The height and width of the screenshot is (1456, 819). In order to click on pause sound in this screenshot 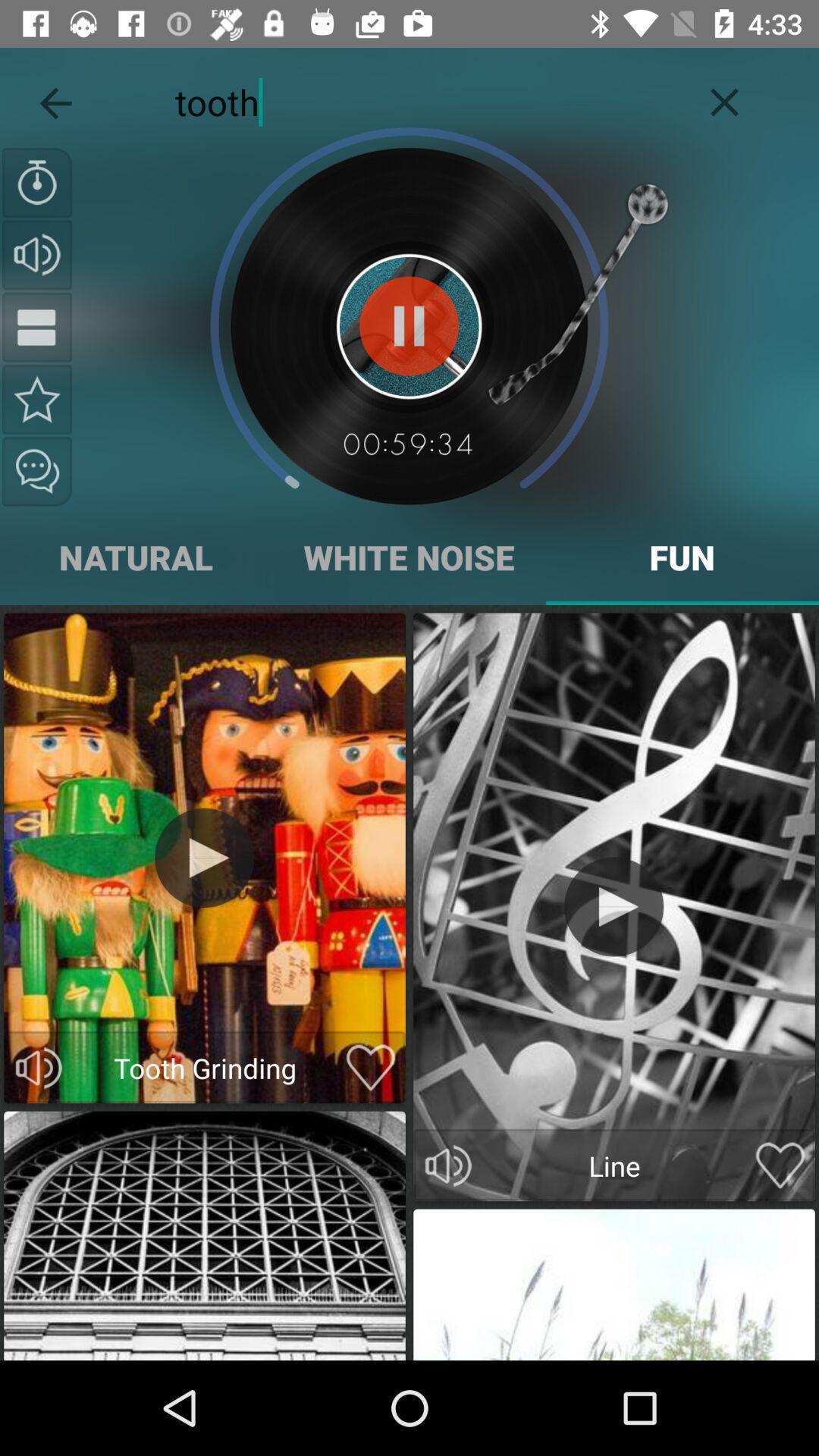, I will do `click(408, 325)`.